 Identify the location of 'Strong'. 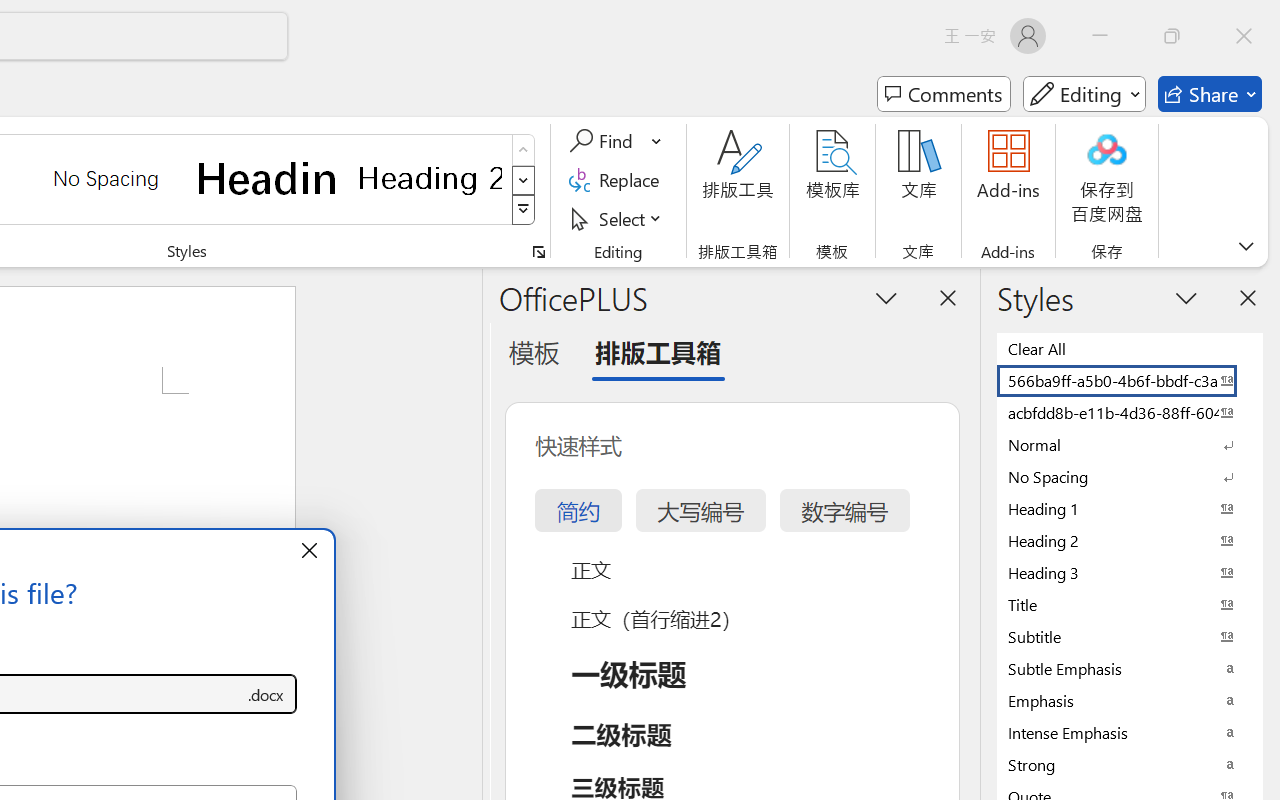
(1130, 764).